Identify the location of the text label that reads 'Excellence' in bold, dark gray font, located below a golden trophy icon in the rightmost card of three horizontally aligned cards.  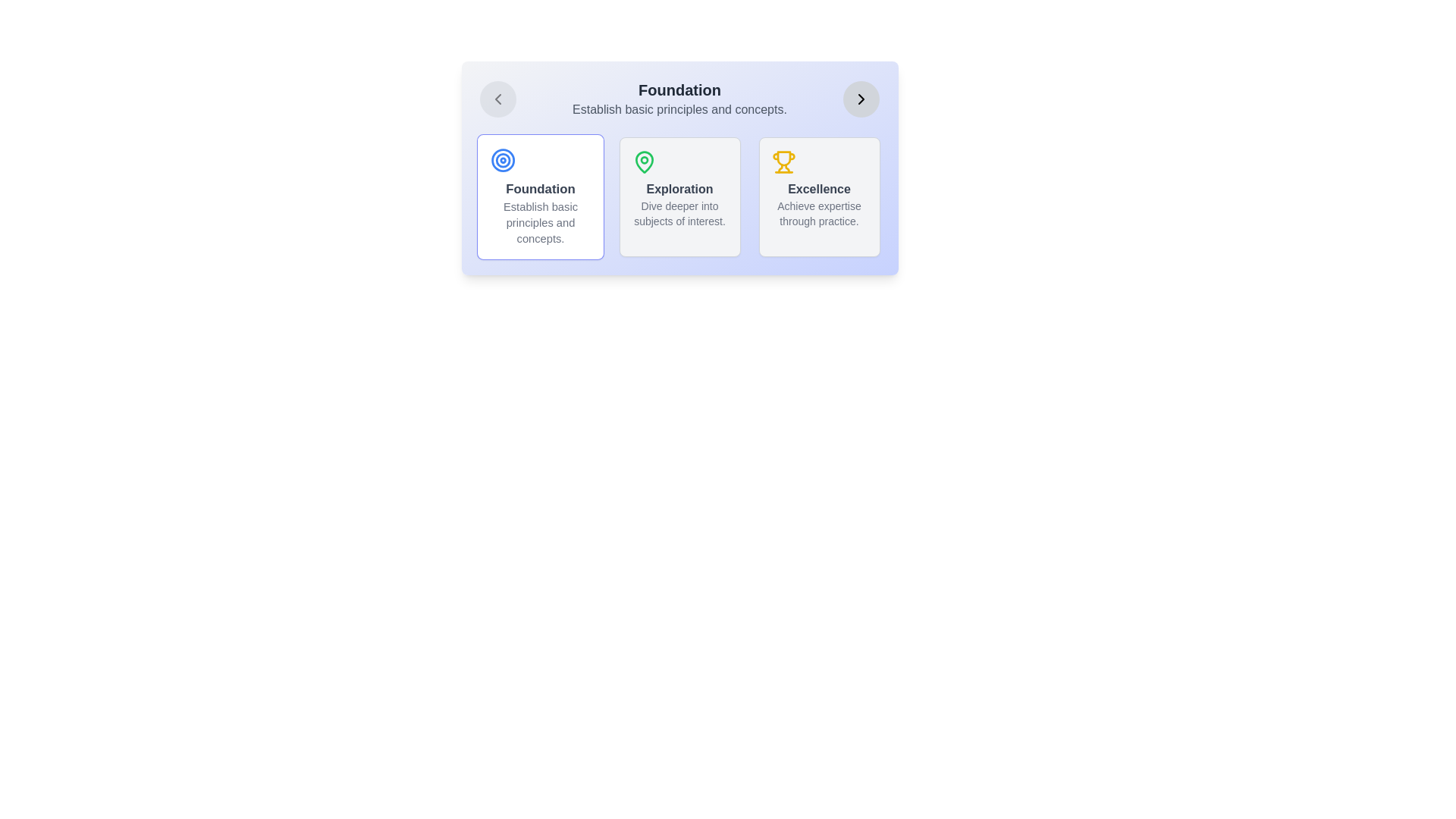
(818, 189).